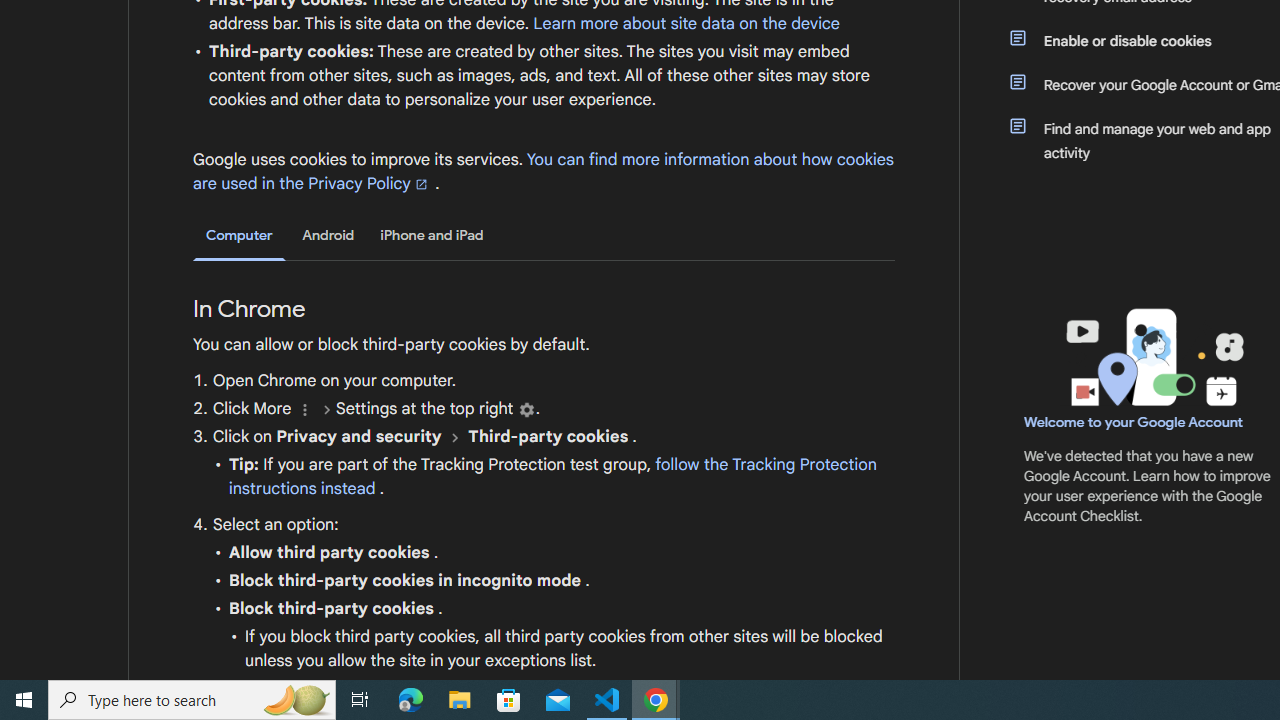  I want to click on 'Learning Center home page image', so click(1152, 356).